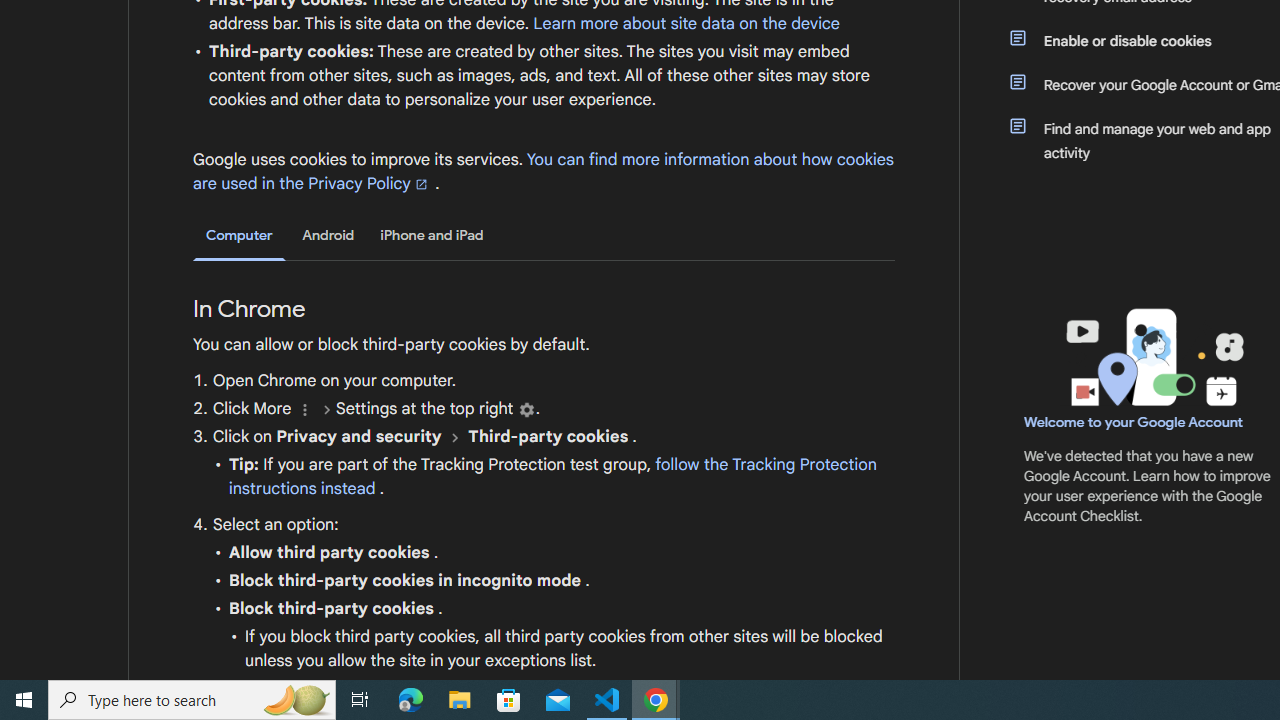  I want to click on 'Learning Center home page image', so click(1152, 356).